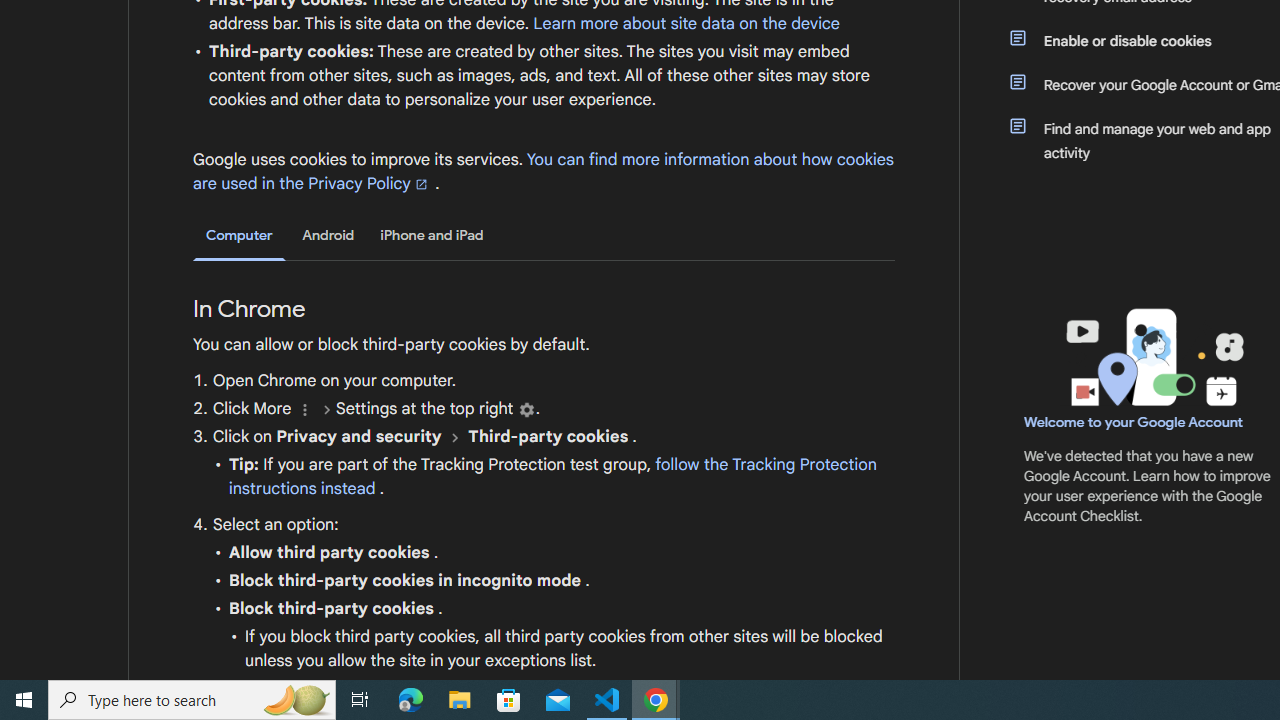  I want to click on 'Learning Center home page image', so click(1152, 356).